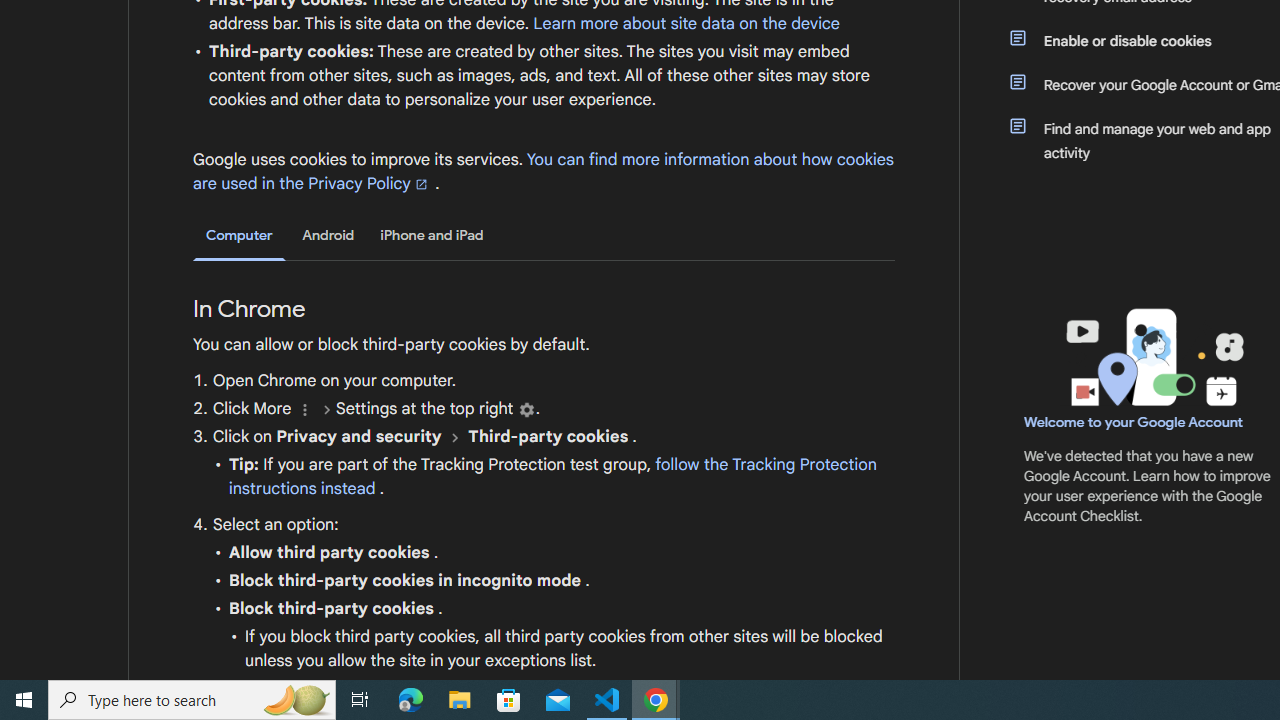  I want to click on 'Learning Center home page image', so click(1152, 356).